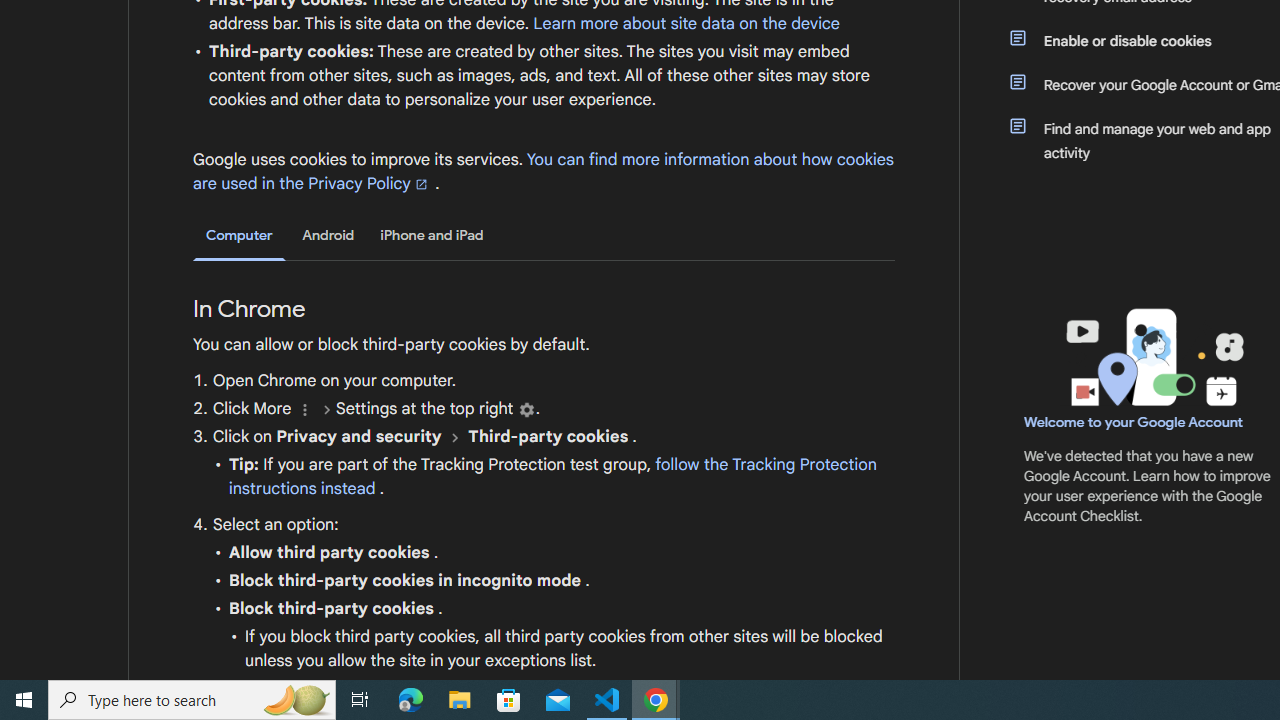  I want to click on 'Learning Center home page image', so click(1152, 356).